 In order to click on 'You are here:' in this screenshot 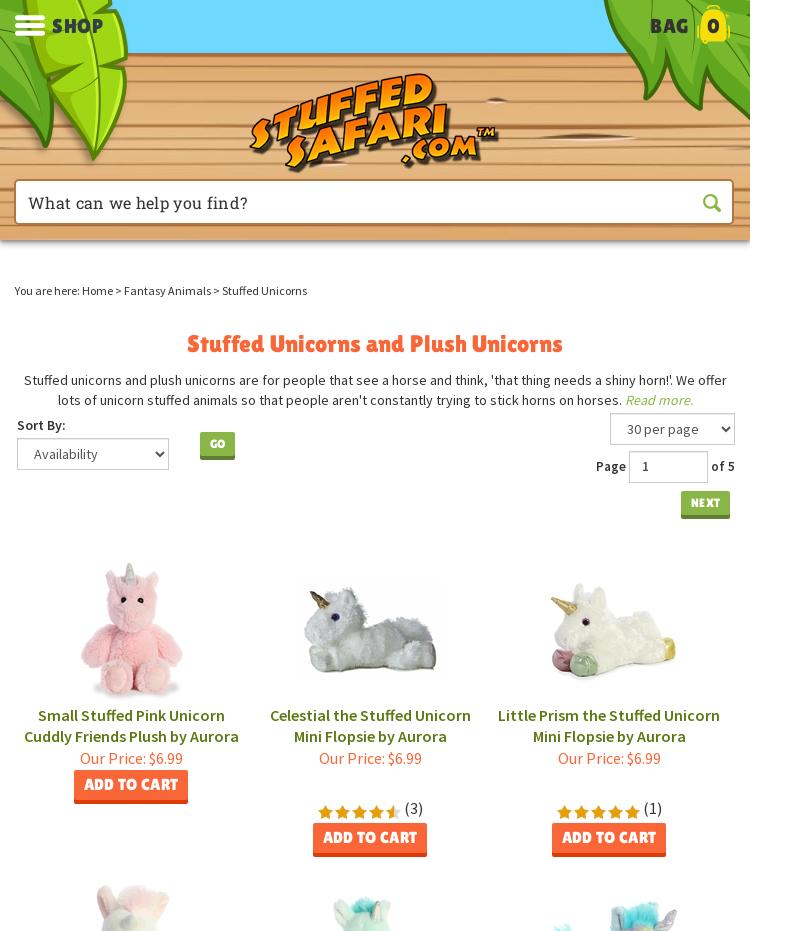, I will do `click(47, 289)`.